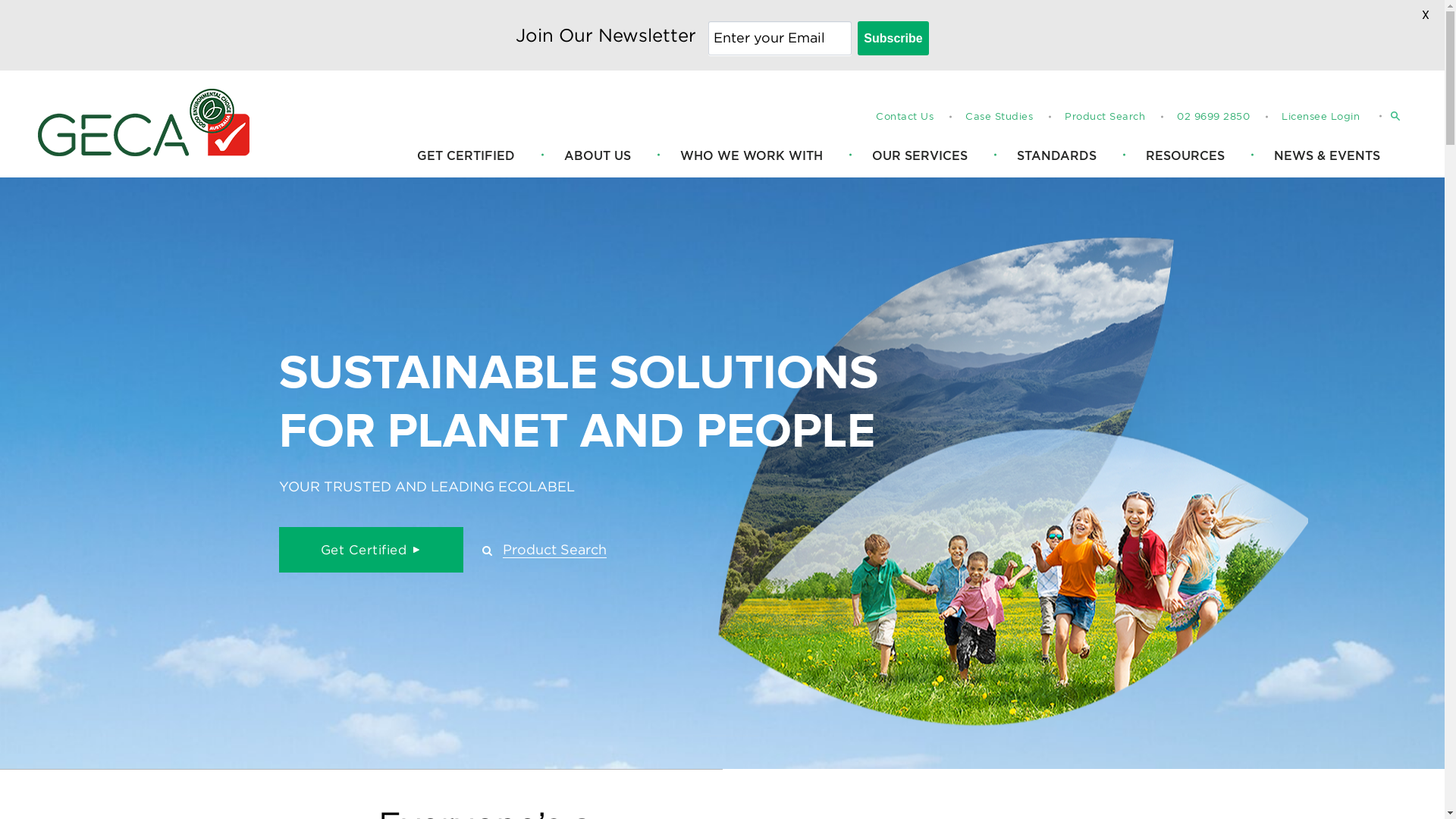  What do you see at coordinates (1212, 115) in the screenshot?
I see `'02 9699 2850'` at bounding box center [1212, 115].